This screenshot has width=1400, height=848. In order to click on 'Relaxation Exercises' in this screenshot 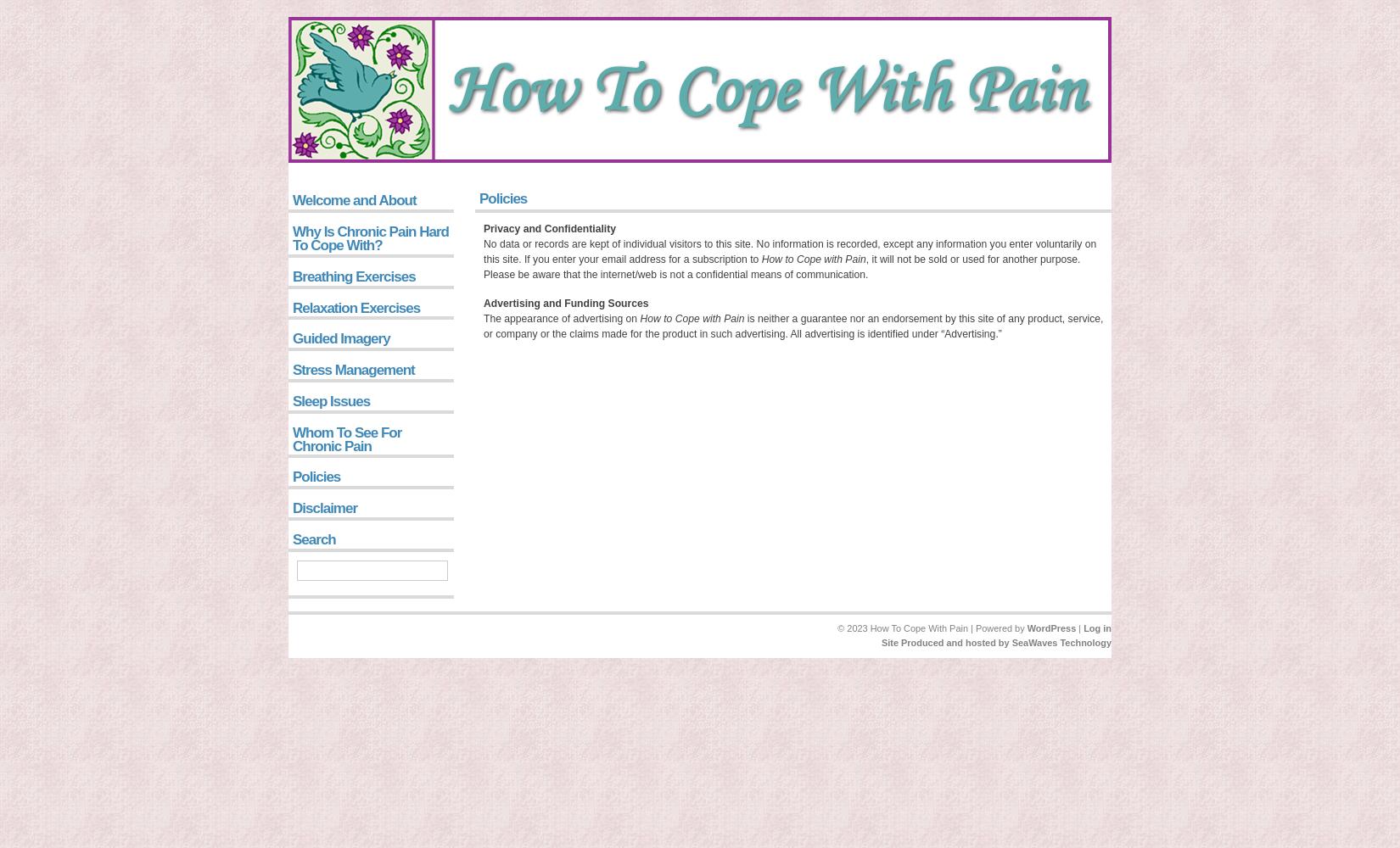, I will do `click(355, 306)`.